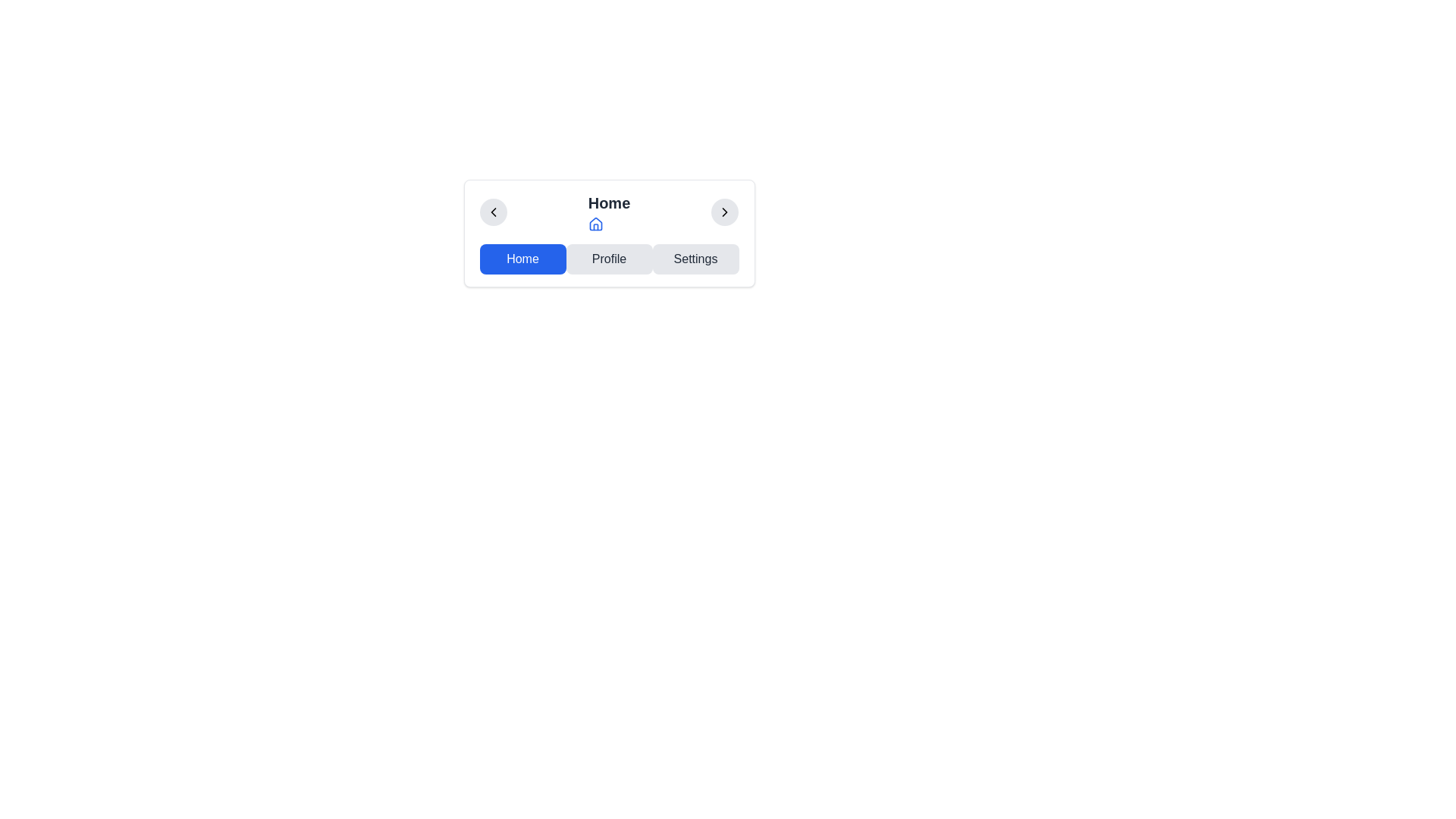  I want to click on the settings button located at the far right of the row of three buttons, so click(695, 259).